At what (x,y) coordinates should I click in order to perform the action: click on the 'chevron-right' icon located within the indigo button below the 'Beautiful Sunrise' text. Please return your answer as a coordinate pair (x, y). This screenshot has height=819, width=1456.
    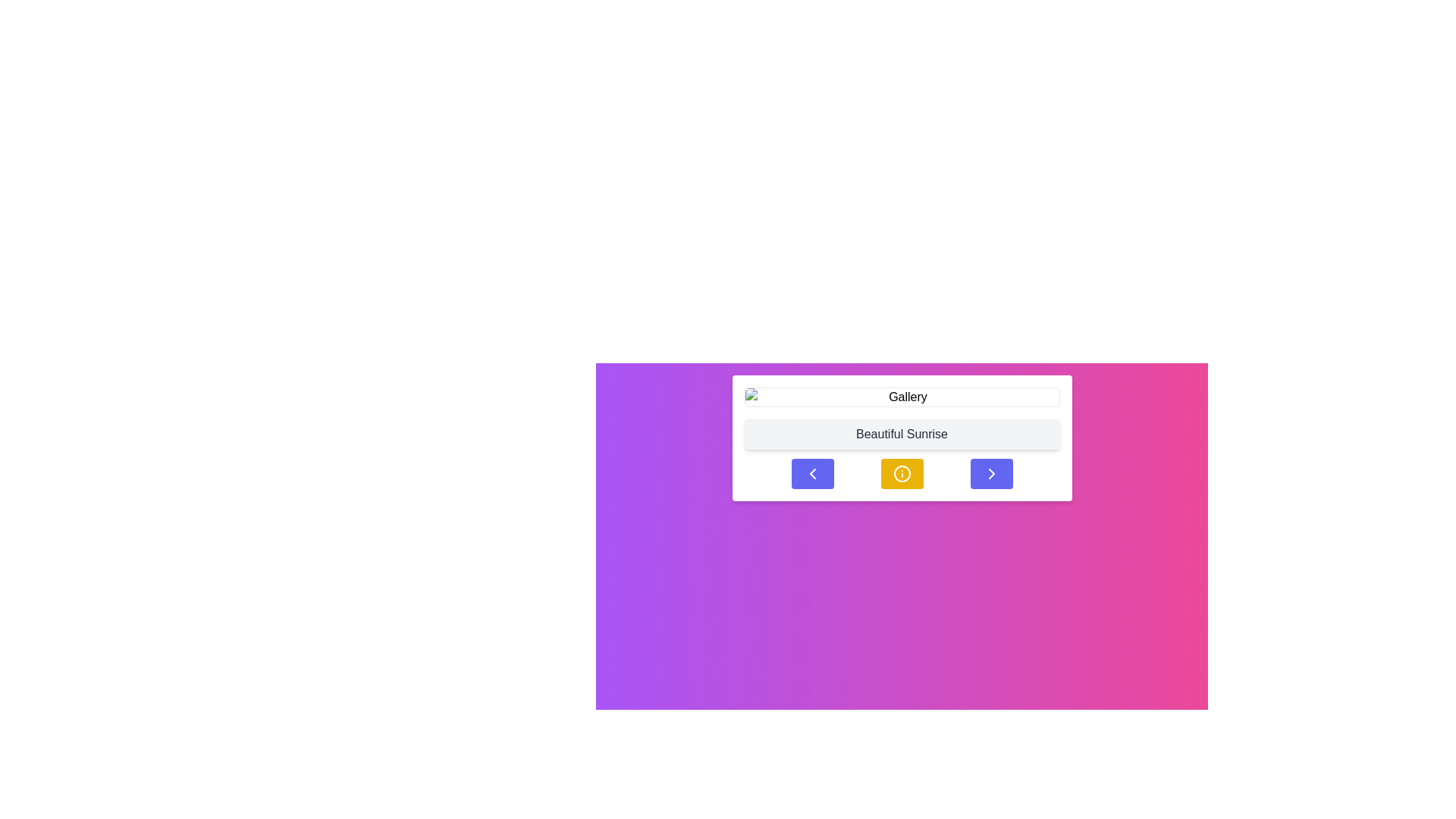
    Looking at the image, I should click on (991, 472).